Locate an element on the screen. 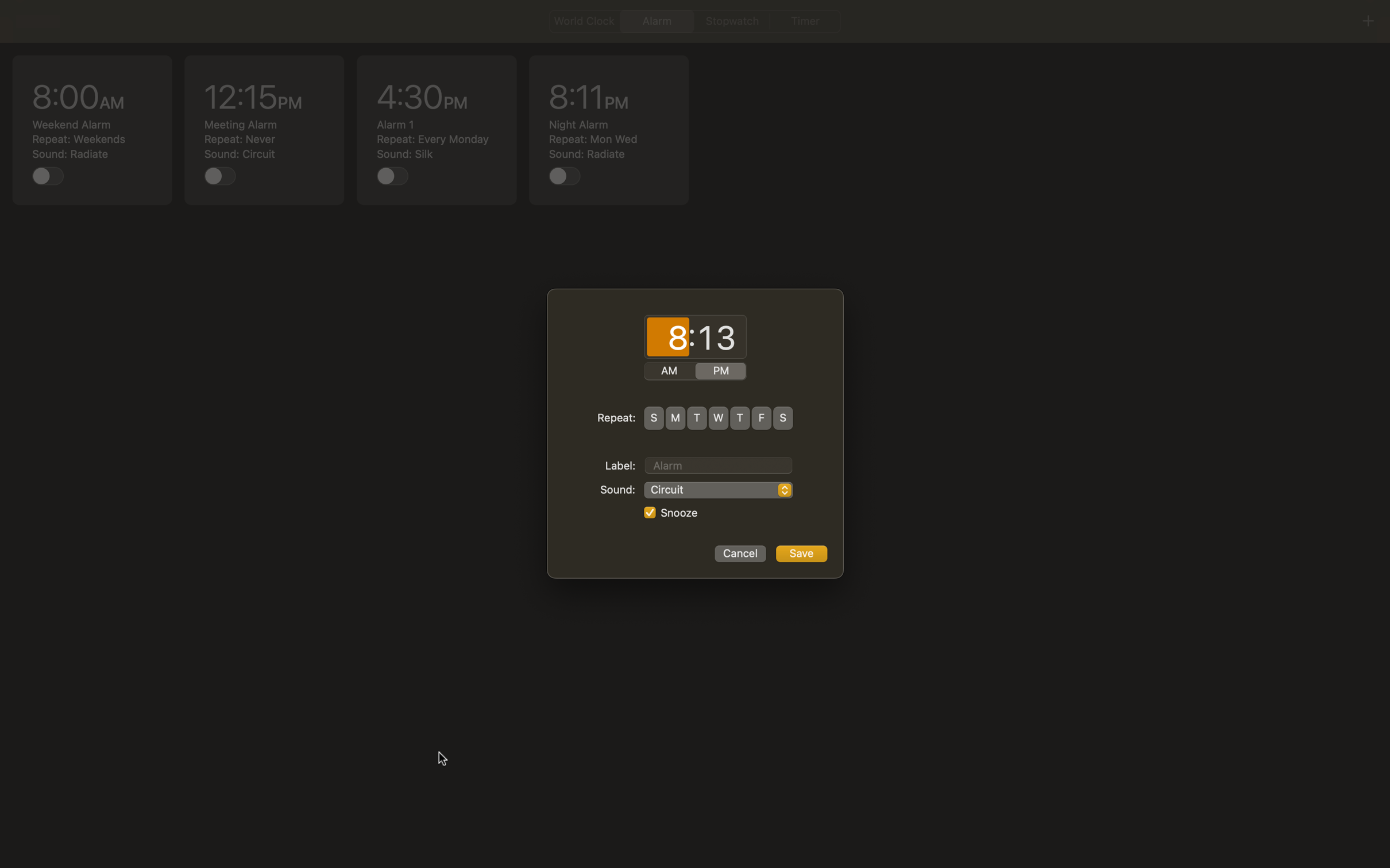 The image size is (1390, 868). Adjust the hour setting to 8 is located at coordinates (667, 338).